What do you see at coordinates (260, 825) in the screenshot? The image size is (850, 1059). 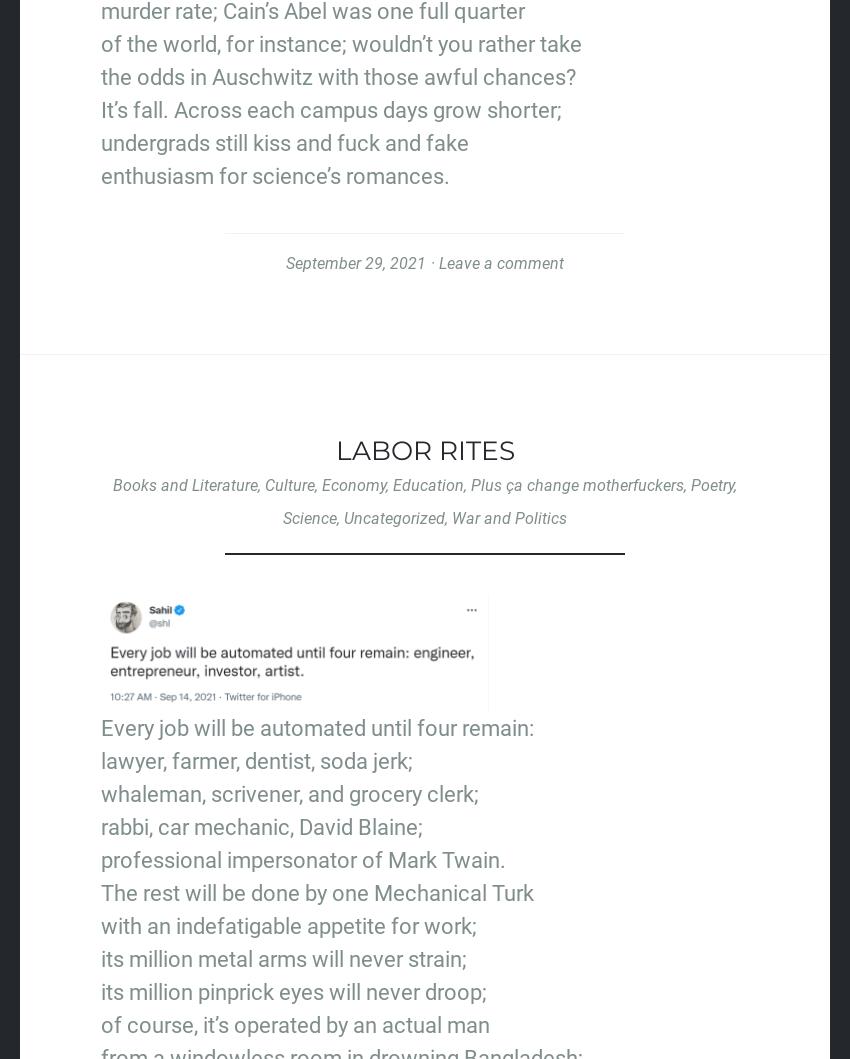 I see `'rabbi, car mechanic, David Blaine;'` at bounding box center [260, 825].